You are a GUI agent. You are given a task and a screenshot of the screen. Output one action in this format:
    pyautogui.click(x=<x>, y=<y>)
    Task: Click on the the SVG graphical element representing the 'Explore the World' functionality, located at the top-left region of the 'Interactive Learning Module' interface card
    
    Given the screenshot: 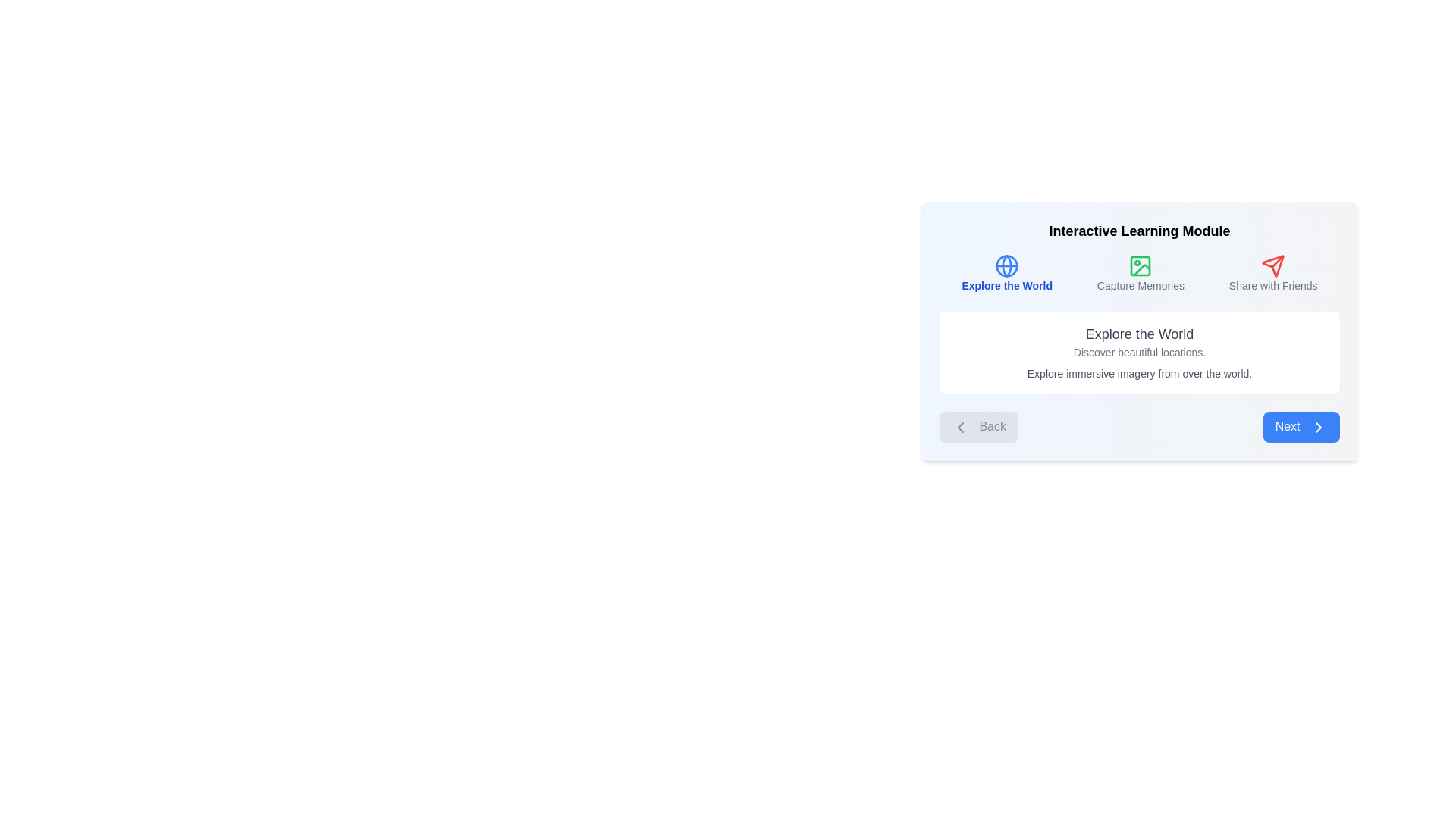 What is the action you would take?
    pyautogui.click(x=1007, y=265)
    